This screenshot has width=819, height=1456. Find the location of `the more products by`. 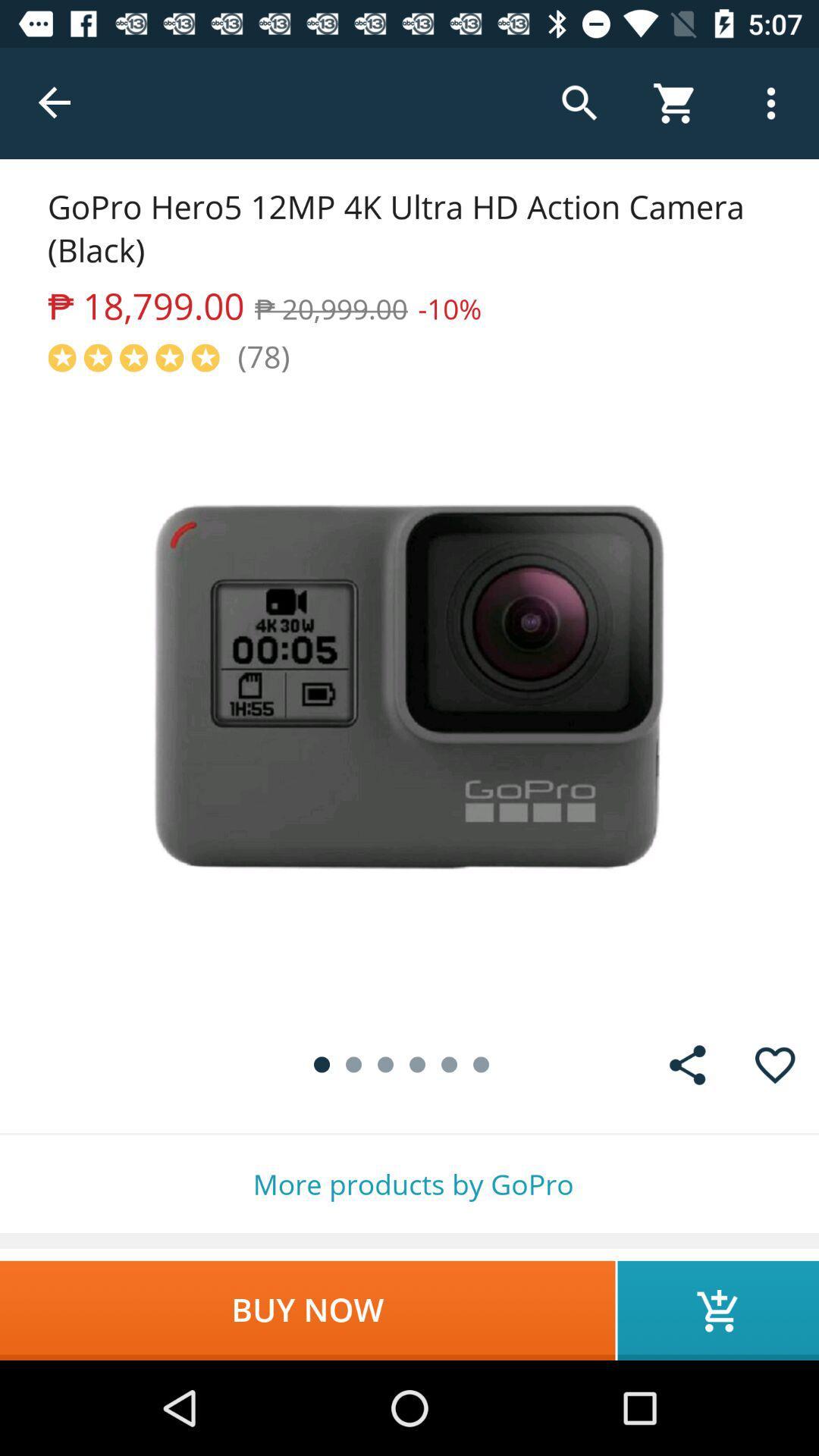

the more products by is located at coordinates (409, 1183).